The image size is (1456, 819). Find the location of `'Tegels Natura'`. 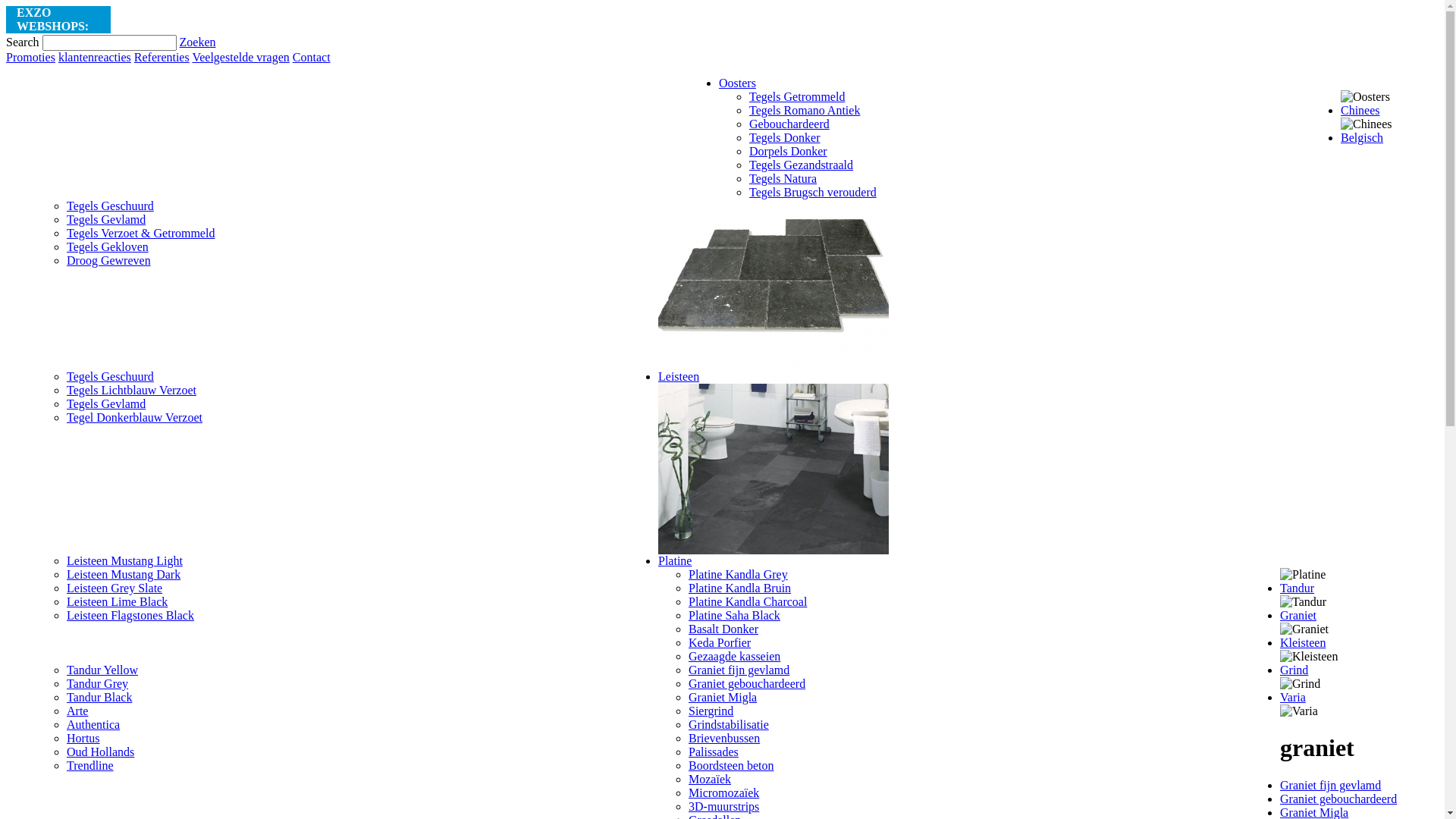

'Tegels Natura' is located at coordinates (783, 177).